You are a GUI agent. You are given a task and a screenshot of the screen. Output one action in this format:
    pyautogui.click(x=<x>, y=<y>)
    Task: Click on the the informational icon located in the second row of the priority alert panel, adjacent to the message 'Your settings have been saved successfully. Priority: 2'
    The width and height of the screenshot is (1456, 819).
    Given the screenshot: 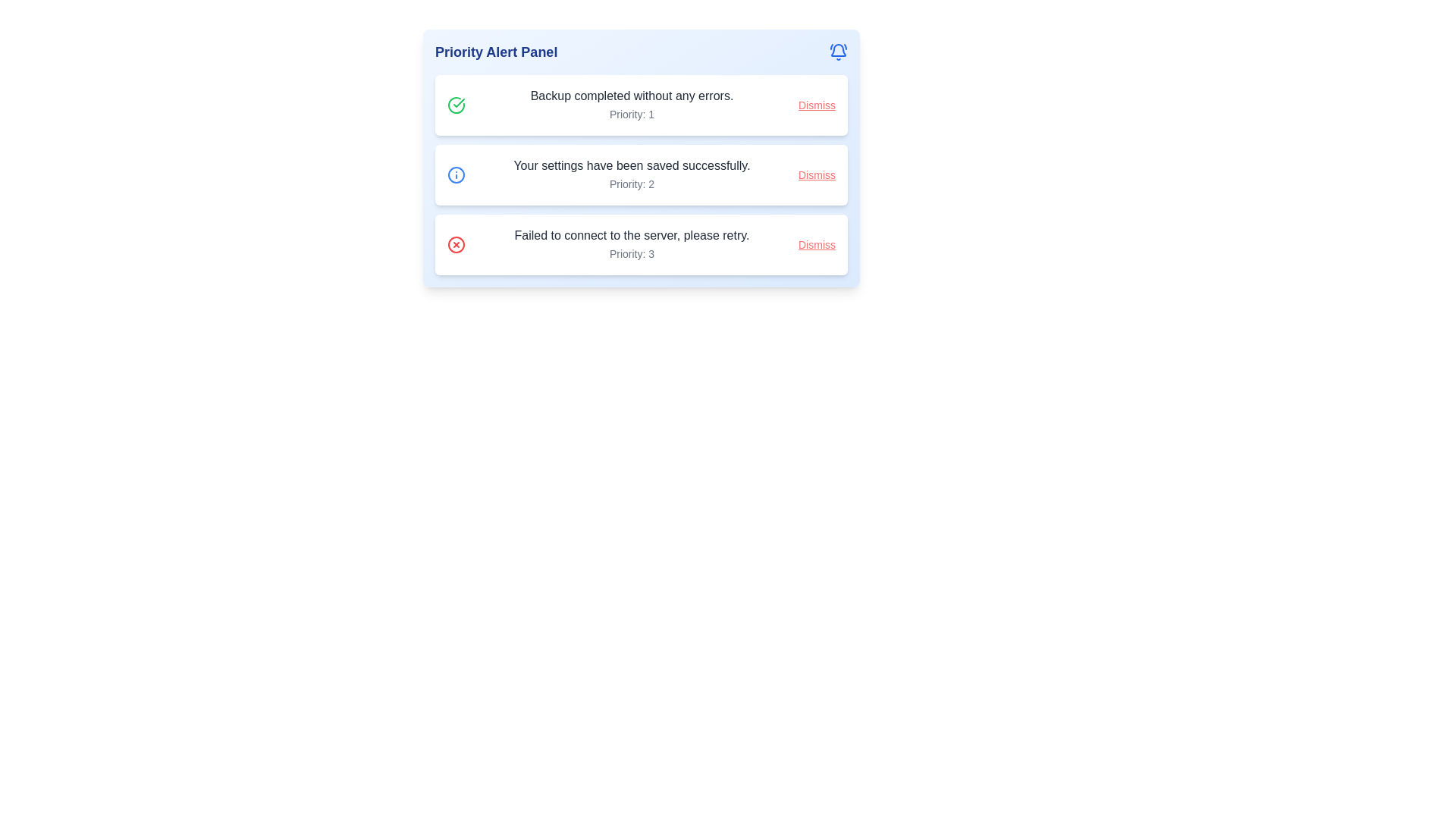 What is the action you would take?
    pyautogui.click(x=455, y=174)
    